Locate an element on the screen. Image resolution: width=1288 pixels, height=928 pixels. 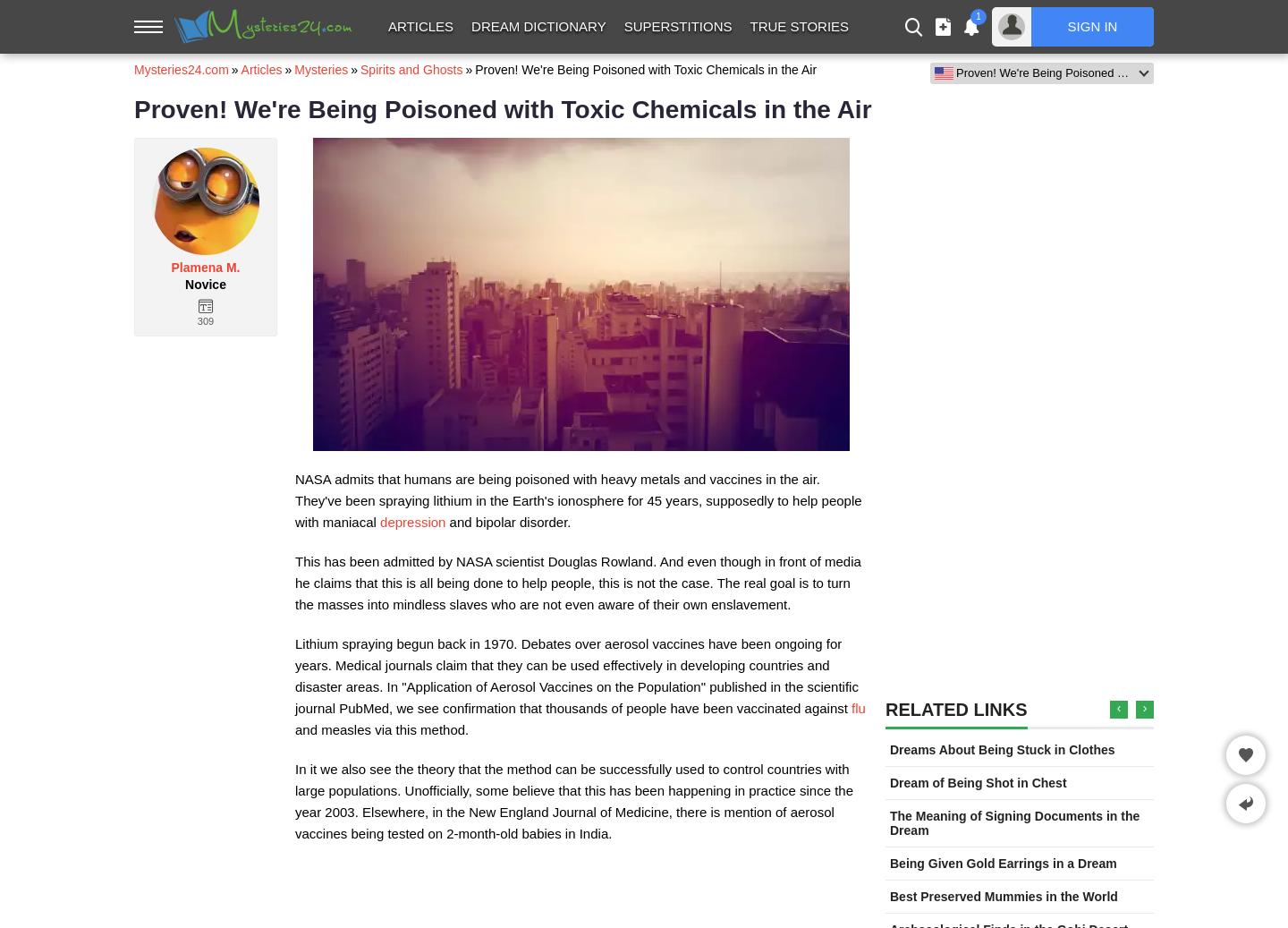
'Mysteries24.com' is located at coordinates (181, 68).